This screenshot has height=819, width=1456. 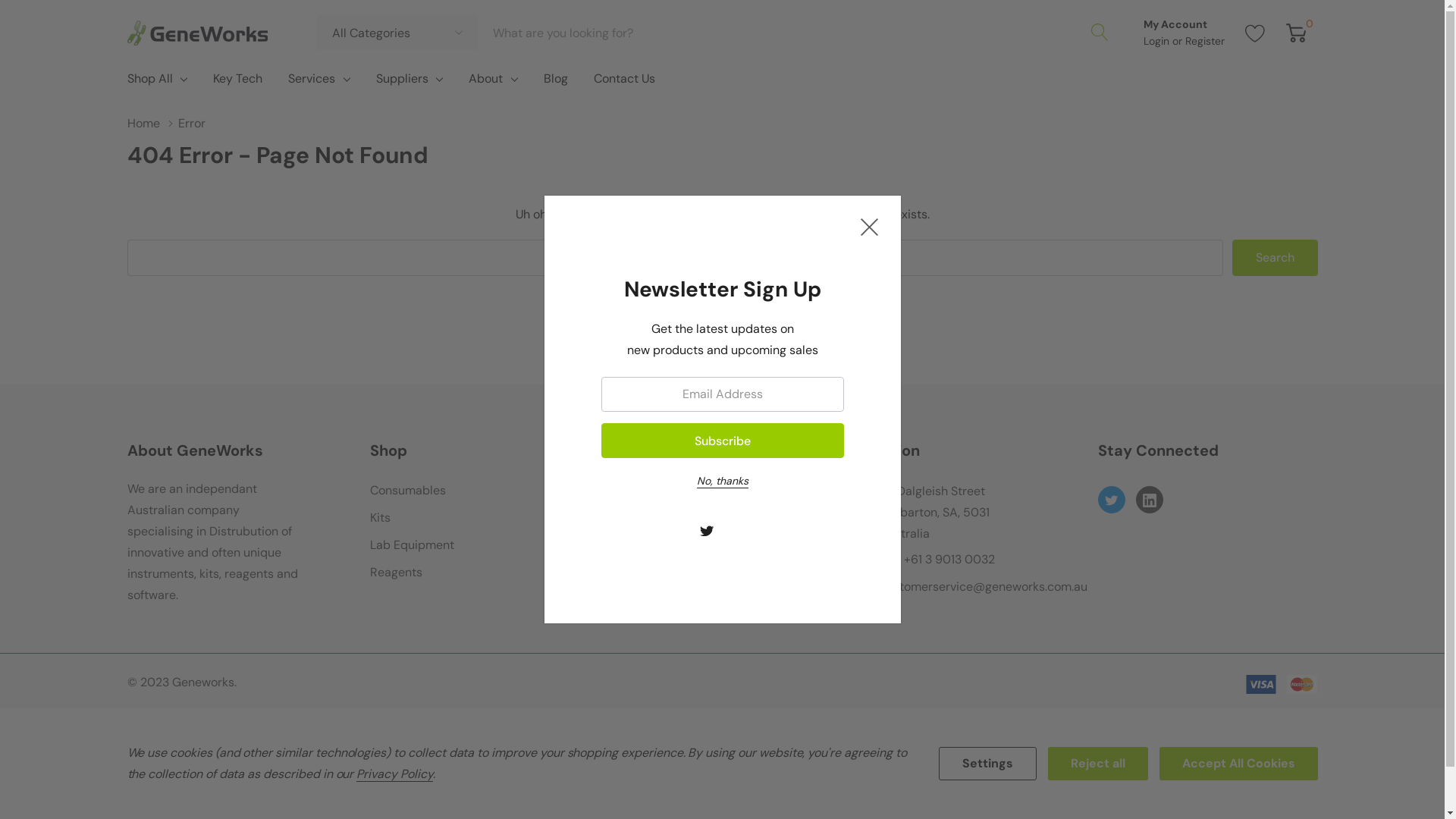 I want to click on 'Geneworks', so click(x=196, y=32).